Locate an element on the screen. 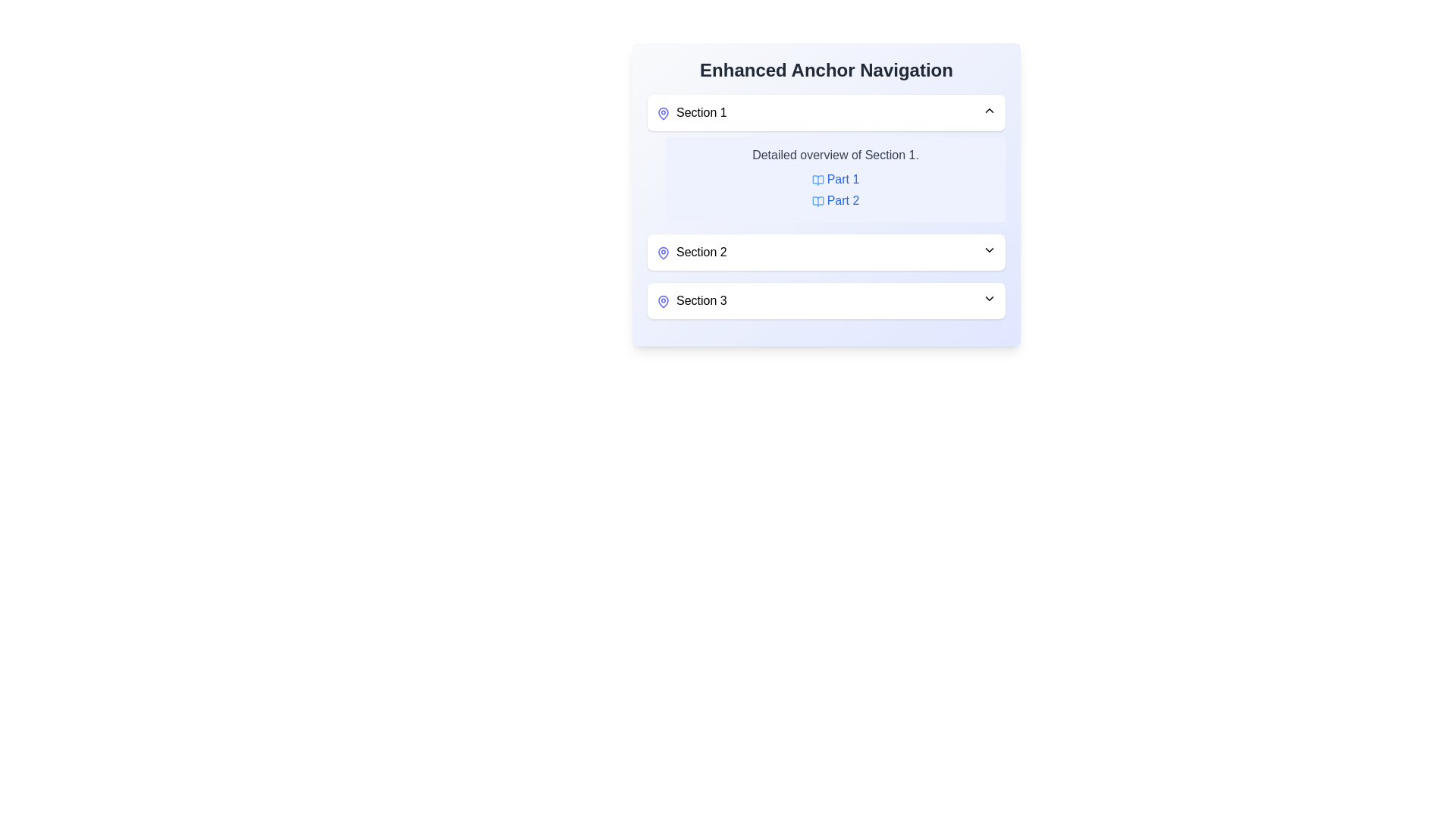  the upward-pointing chevron icon located in 'Section 1' is located at coordinates (990, 110).